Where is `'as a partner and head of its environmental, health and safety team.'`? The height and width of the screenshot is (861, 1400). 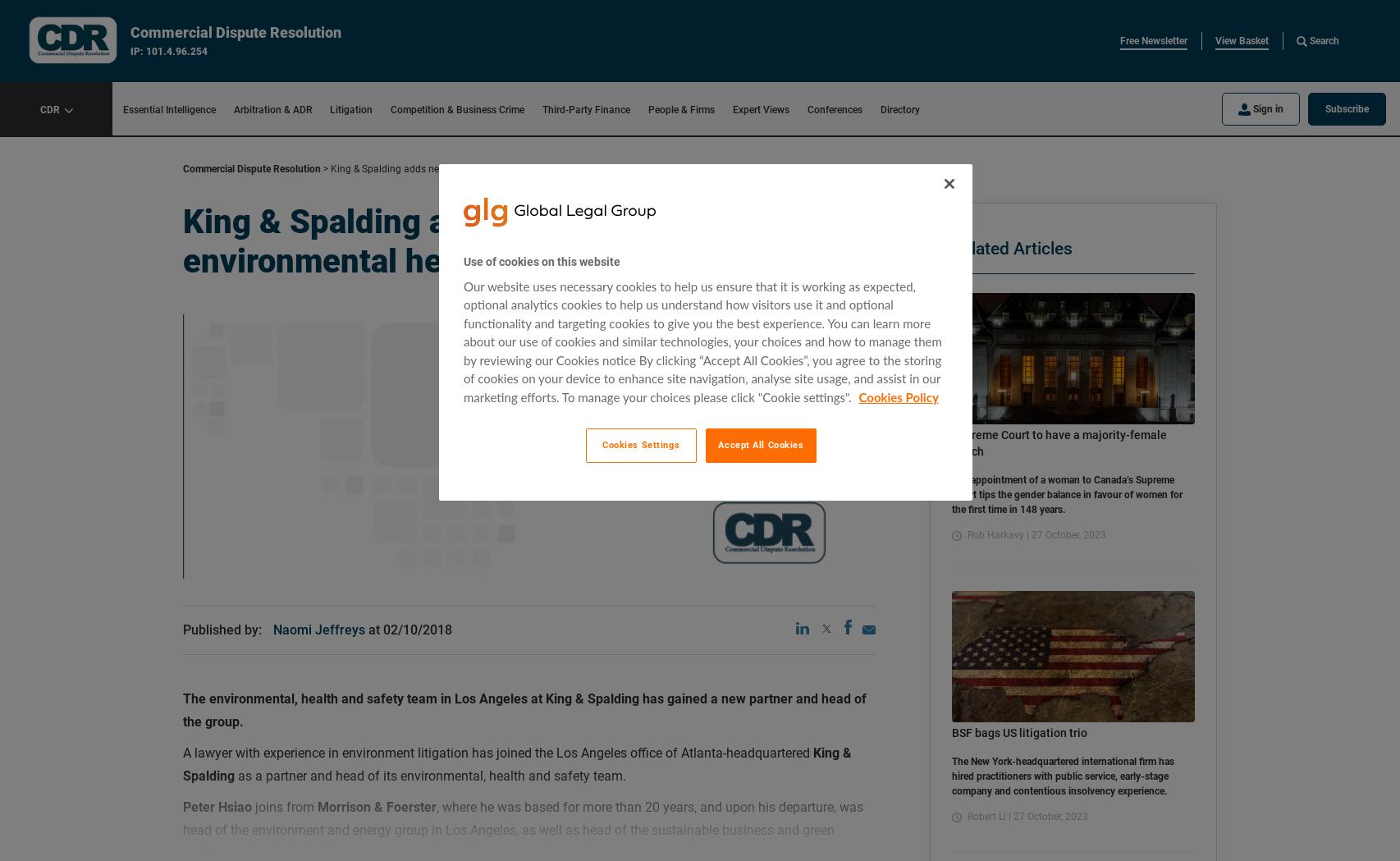
'as a partner and head of its environmental, health and safety team.' is located at coordinates (234, 776).